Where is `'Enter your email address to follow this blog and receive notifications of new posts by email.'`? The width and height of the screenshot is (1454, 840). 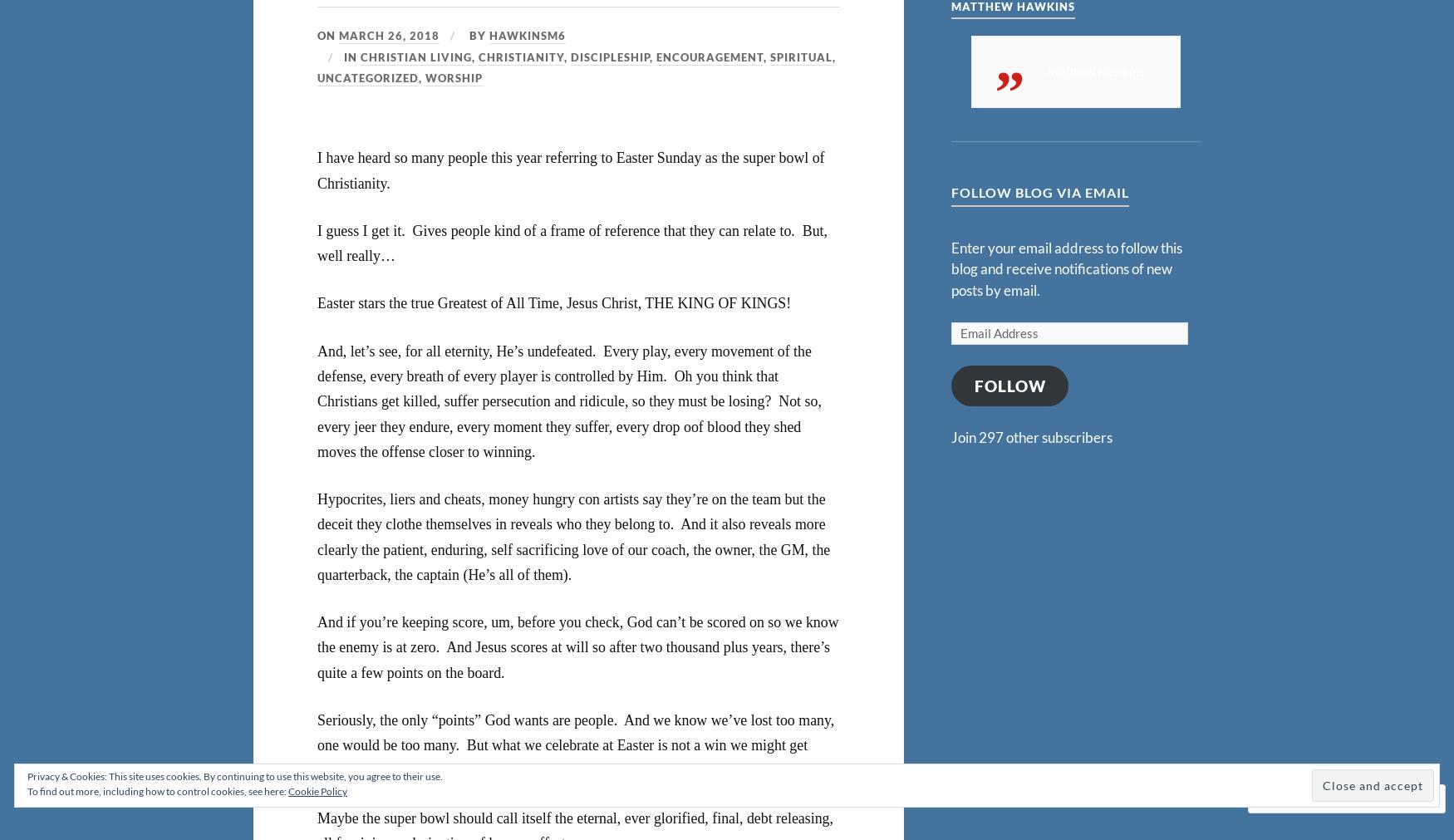
'Enter your email address to follow this blog and receive notifications of new posts by email.' is located at coordinates (1065, 268).